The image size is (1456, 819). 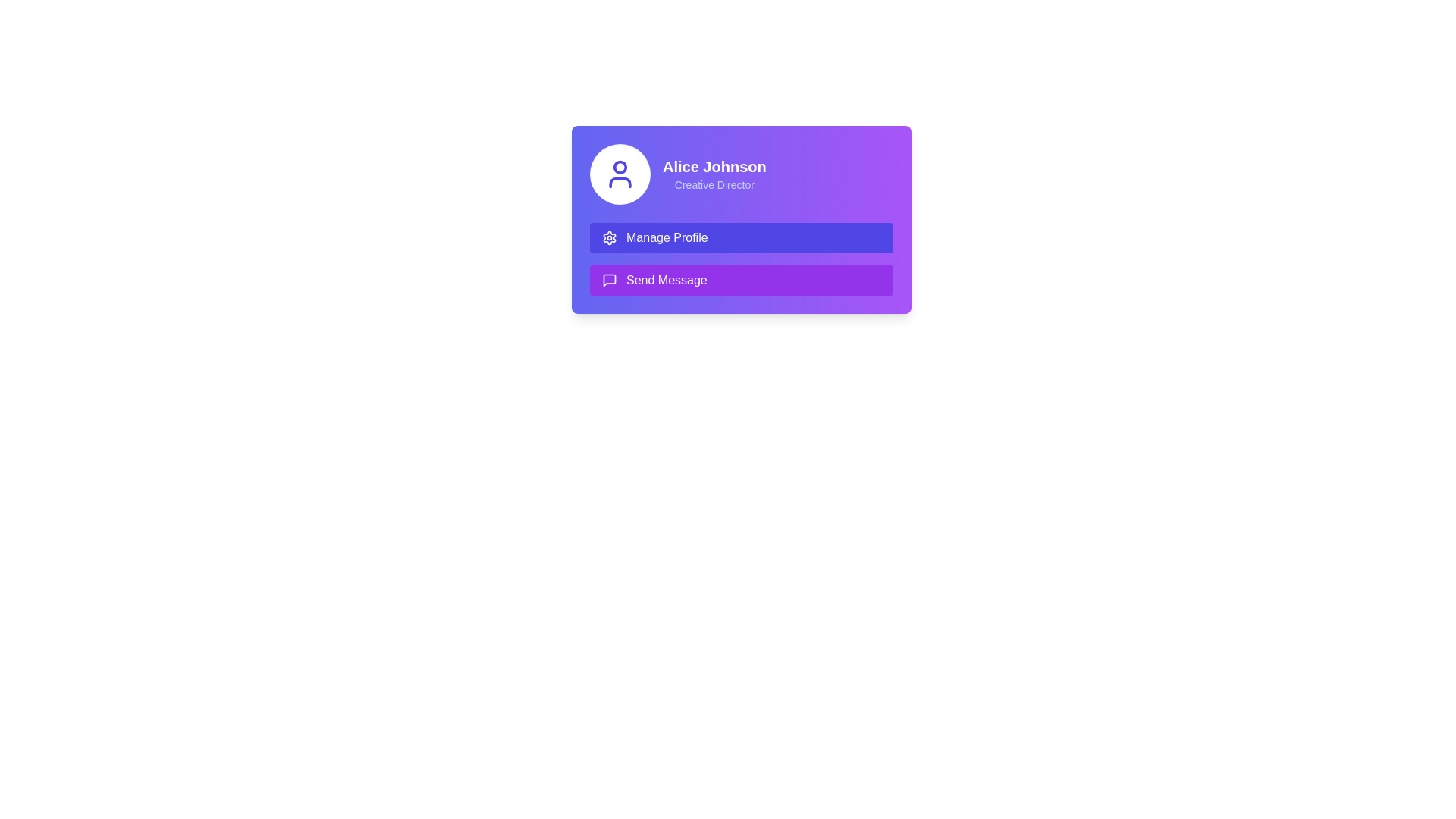 I want to click on the user profile icon, so click(x=620, y=174).